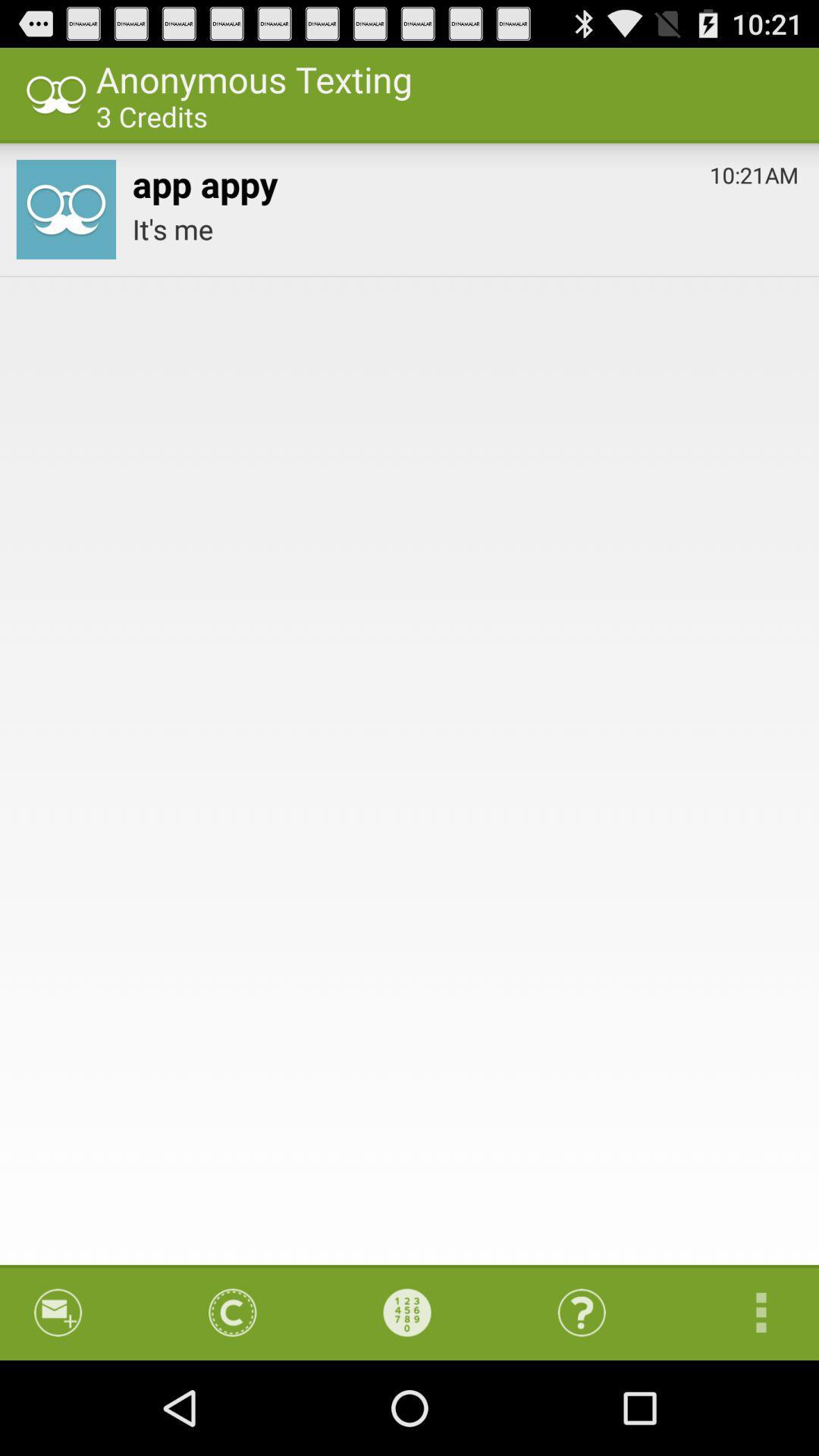 Image resolution: width=819 pixels, height=1456 pixels. Describe the element at coordinates (754, 171) in the screenshot. I see `10:21am item` at that location.